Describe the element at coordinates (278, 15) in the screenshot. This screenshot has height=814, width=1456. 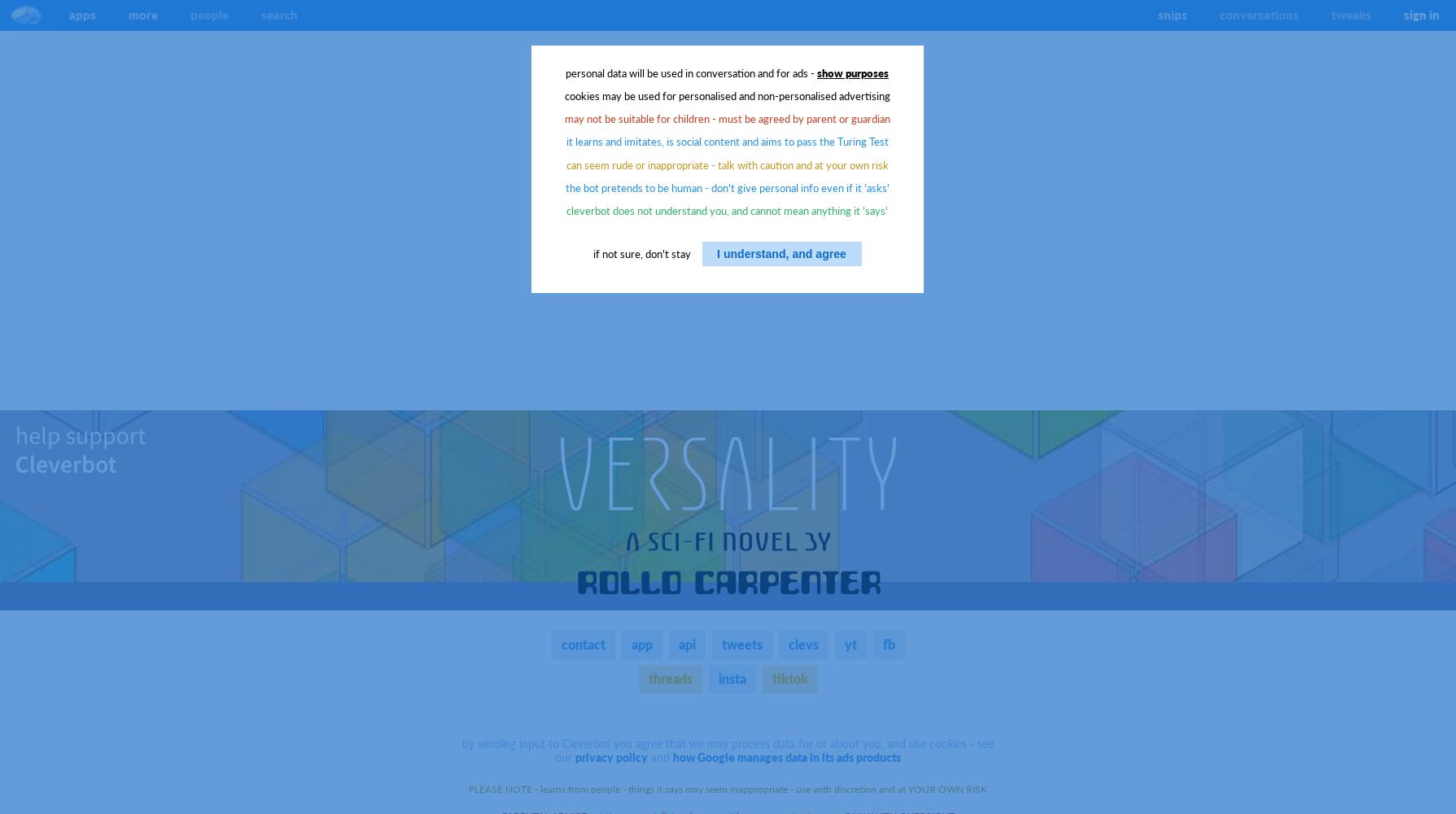
I see `'search'` at that location.